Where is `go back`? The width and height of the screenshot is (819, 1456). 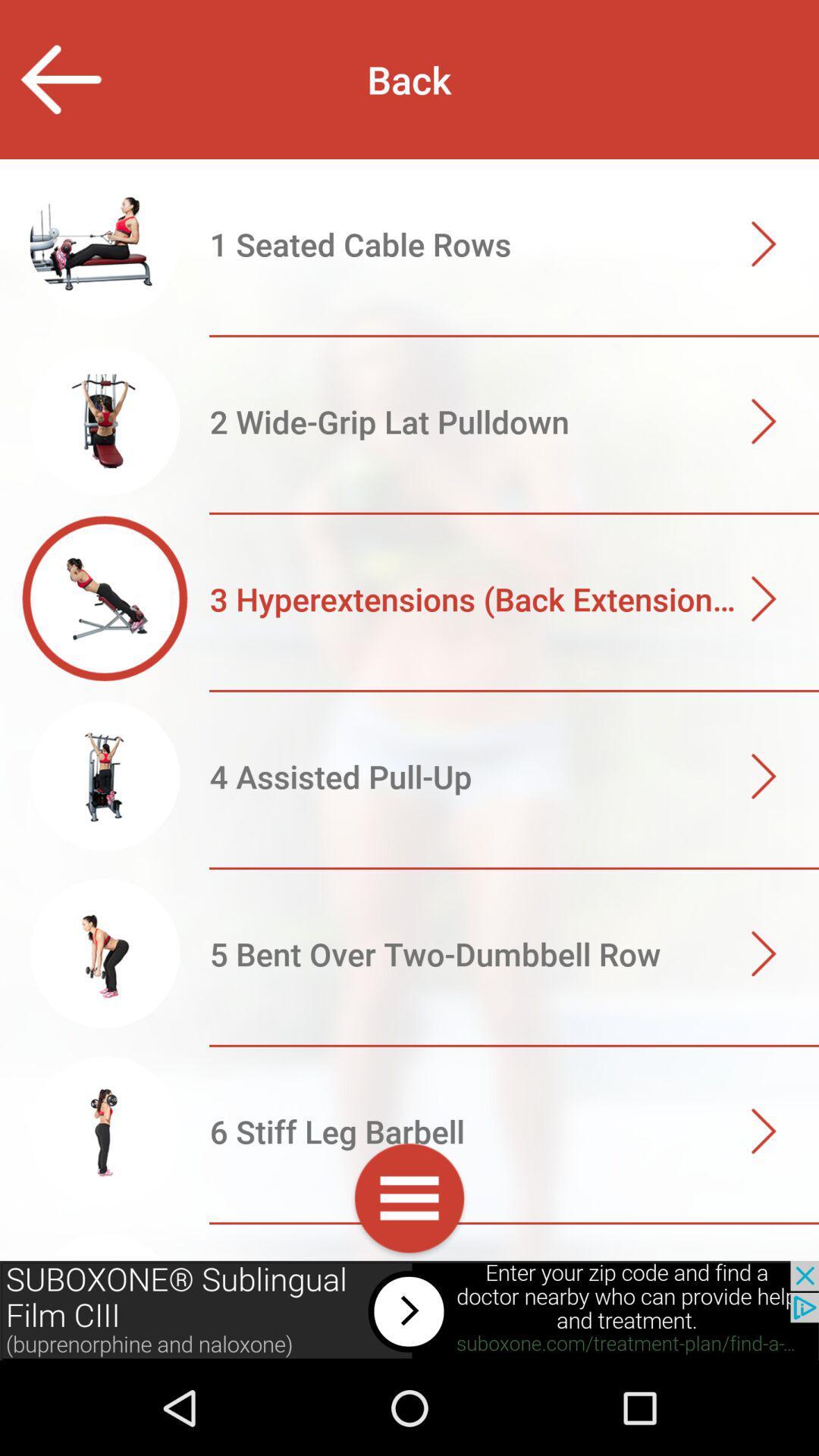 go back is located at coordinates (59, 79).